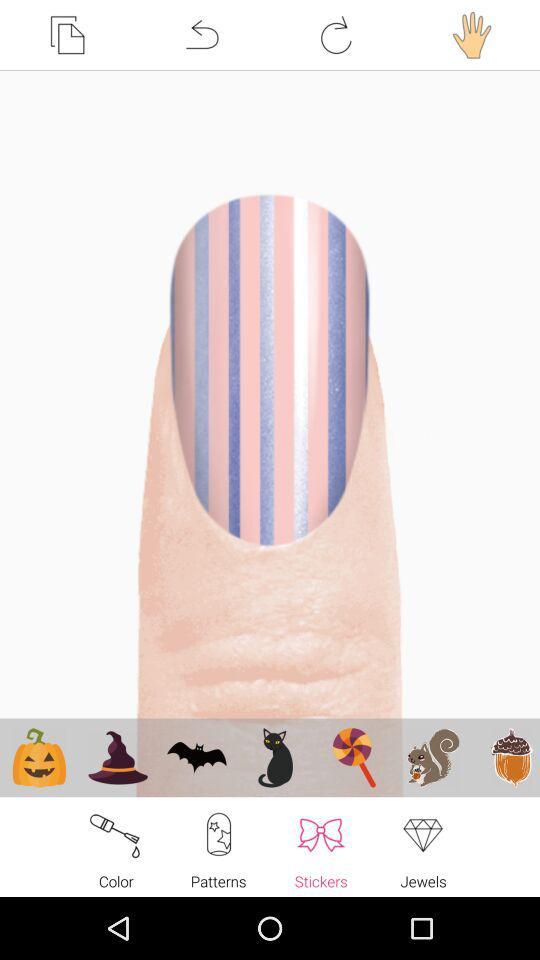 The image size is (540, 960). Describe the element at coordinates (432, 756) in the screenshot. I see `the 2nd clip art from right` at that location.